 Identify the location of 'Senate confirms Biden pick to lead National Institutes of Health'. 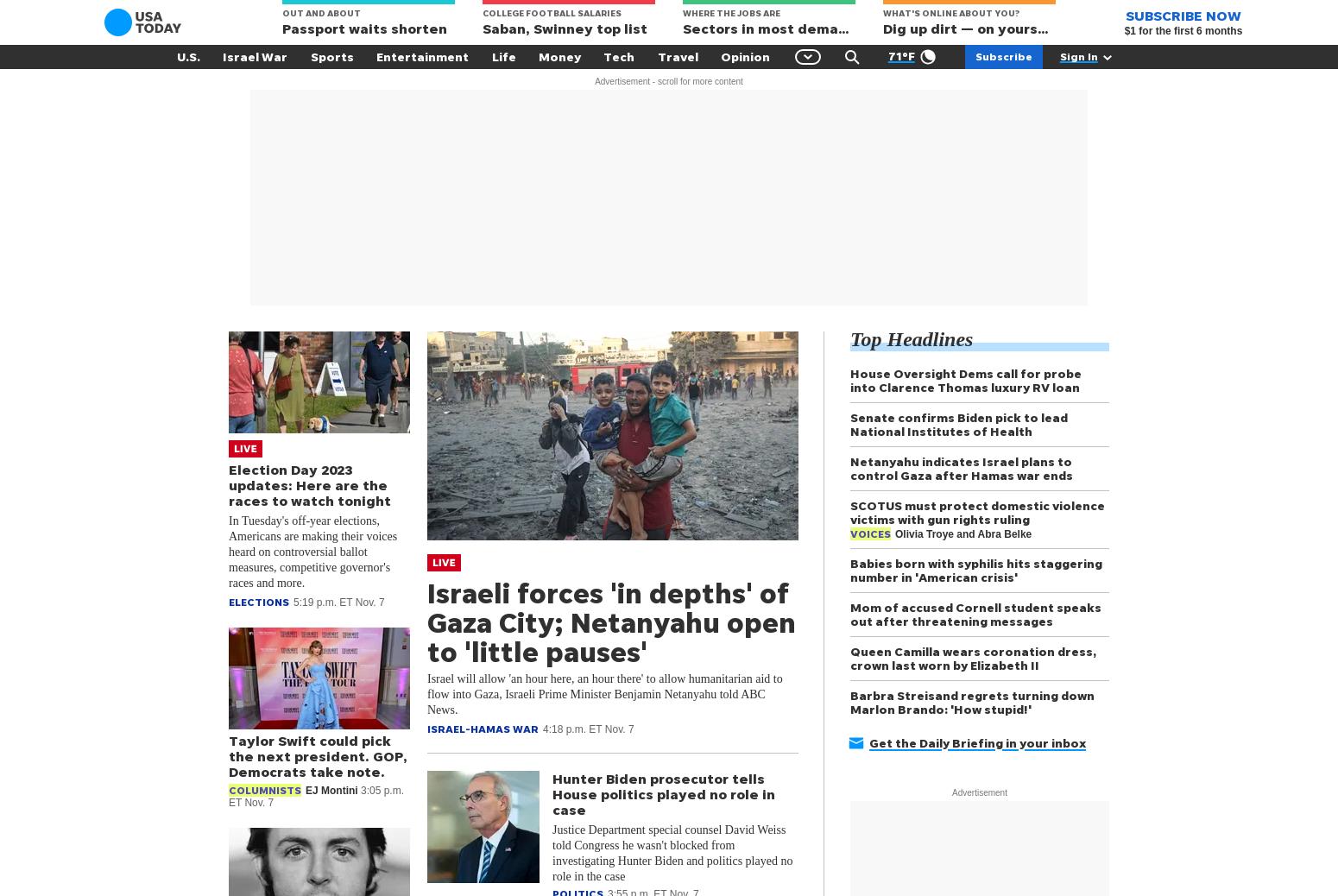
(958, 424).